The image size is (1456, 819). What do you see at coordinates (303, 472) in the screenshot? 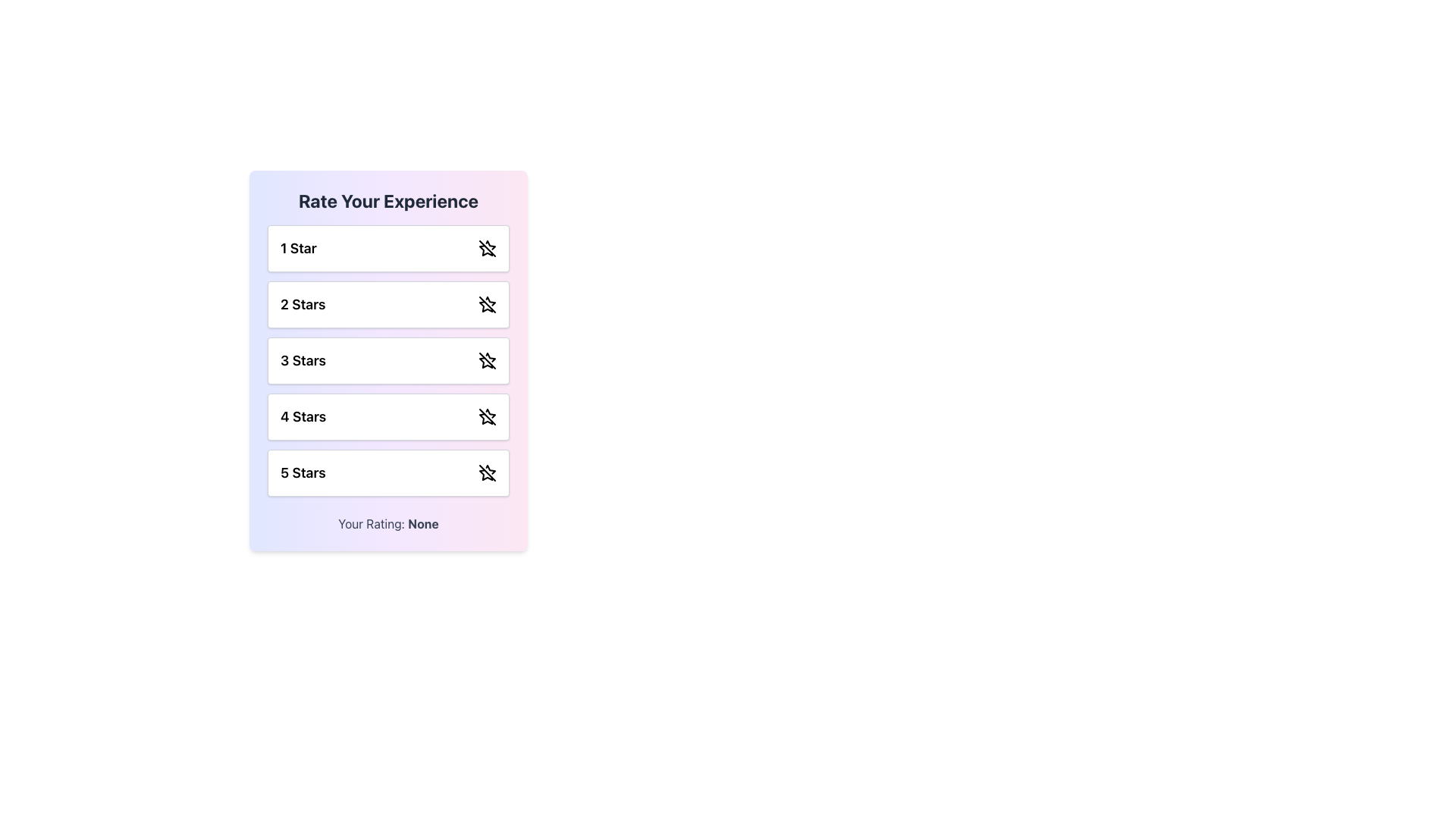
I see `the '5 Stars' text label, which is the fifth and final item in a vertically stacked list of rating options located at the bottom of the panel` at bounding box center [303, 472].